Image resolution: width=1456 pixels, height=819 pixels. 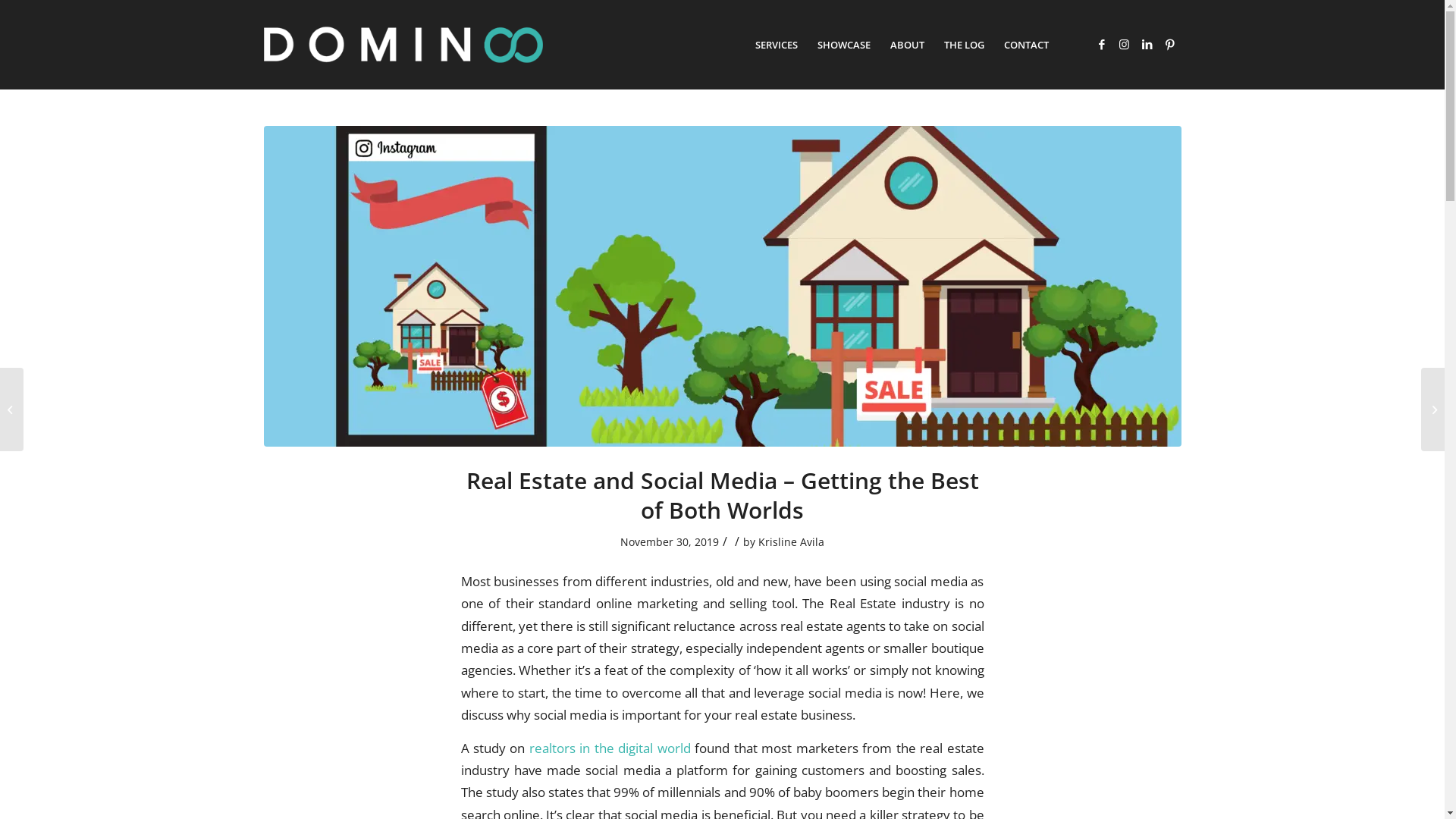 I want to click on 'ABOUT', so click(x=880, y=43).